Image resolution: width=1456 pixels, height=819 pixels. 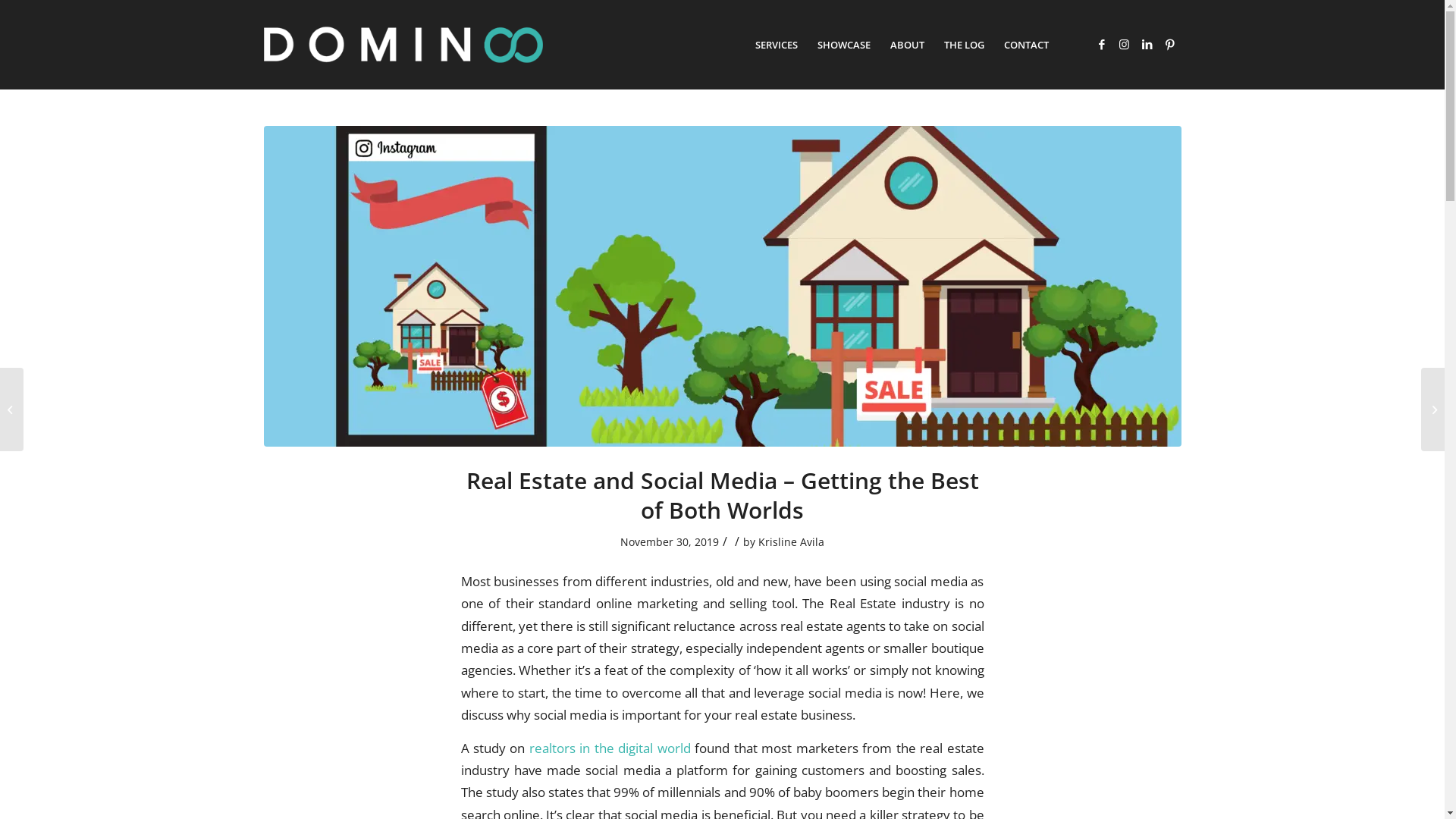 I want to click on 'ABOUT', so click(x=880, y=43).